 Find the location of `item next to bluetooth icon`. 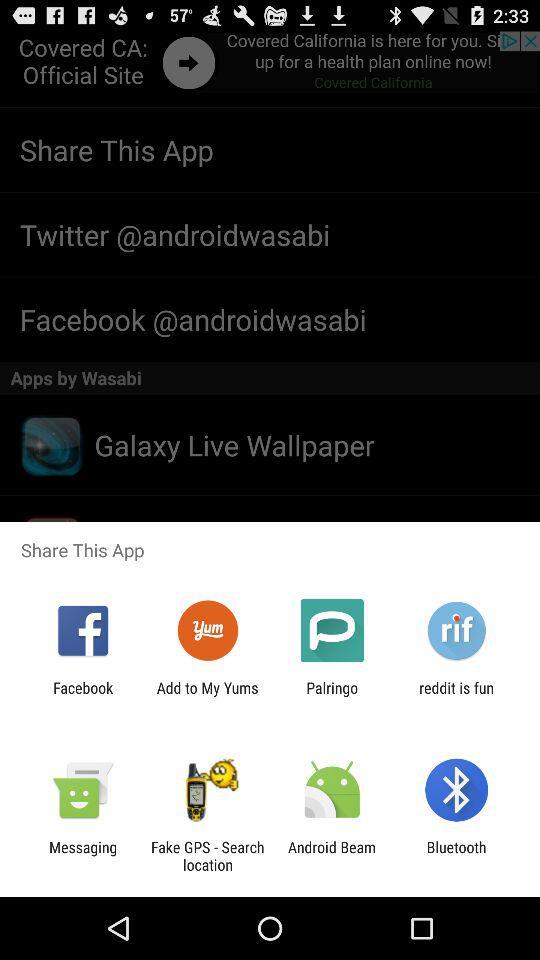

item next to bluetooth icon is located at coordinates (332, 855).